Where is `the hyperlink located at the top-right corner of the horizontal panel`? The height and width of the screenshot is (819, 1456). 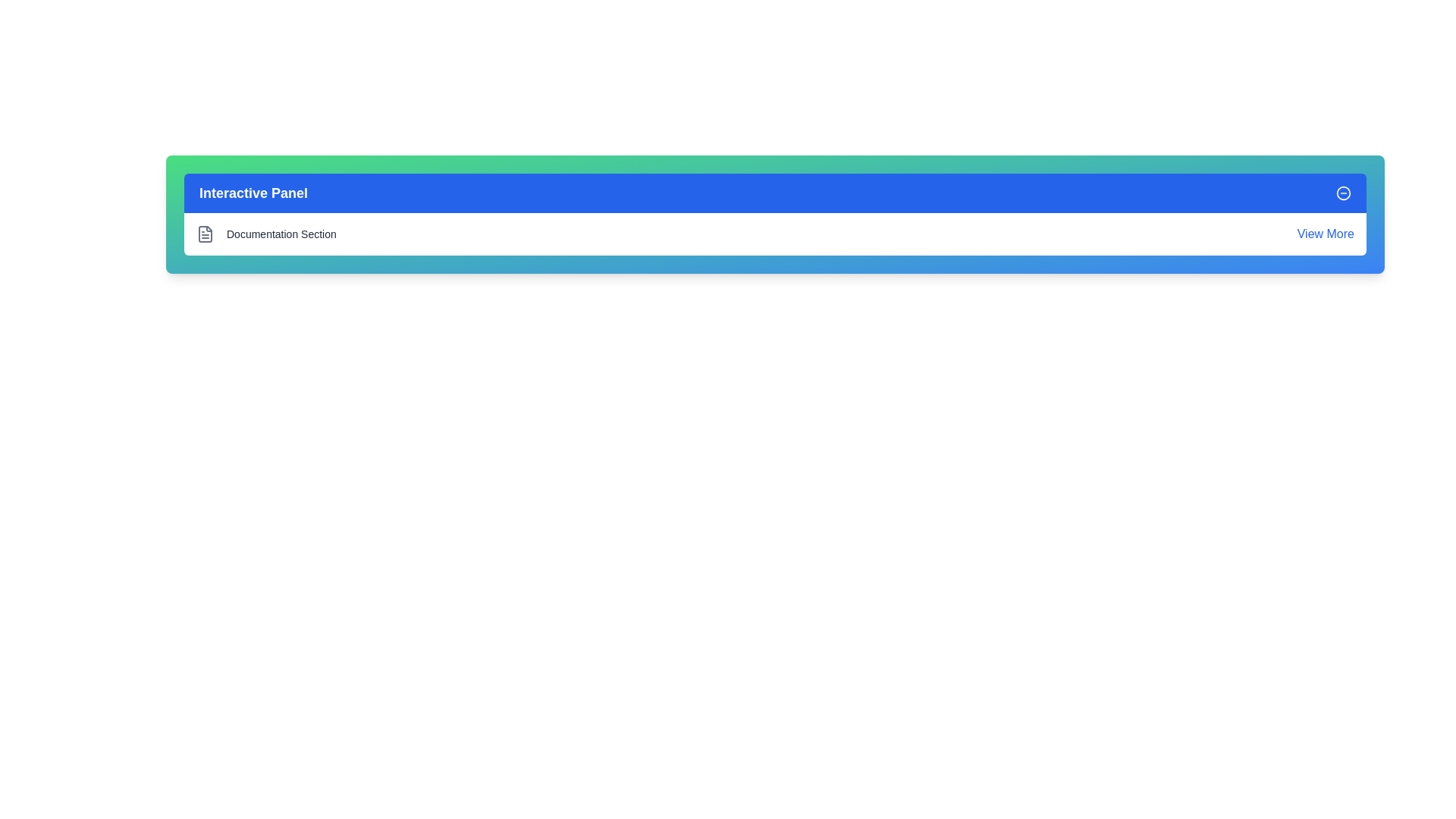
the hyperlink located at the top-right corner of the horizontal panel is located at coordinates (1325, 234).